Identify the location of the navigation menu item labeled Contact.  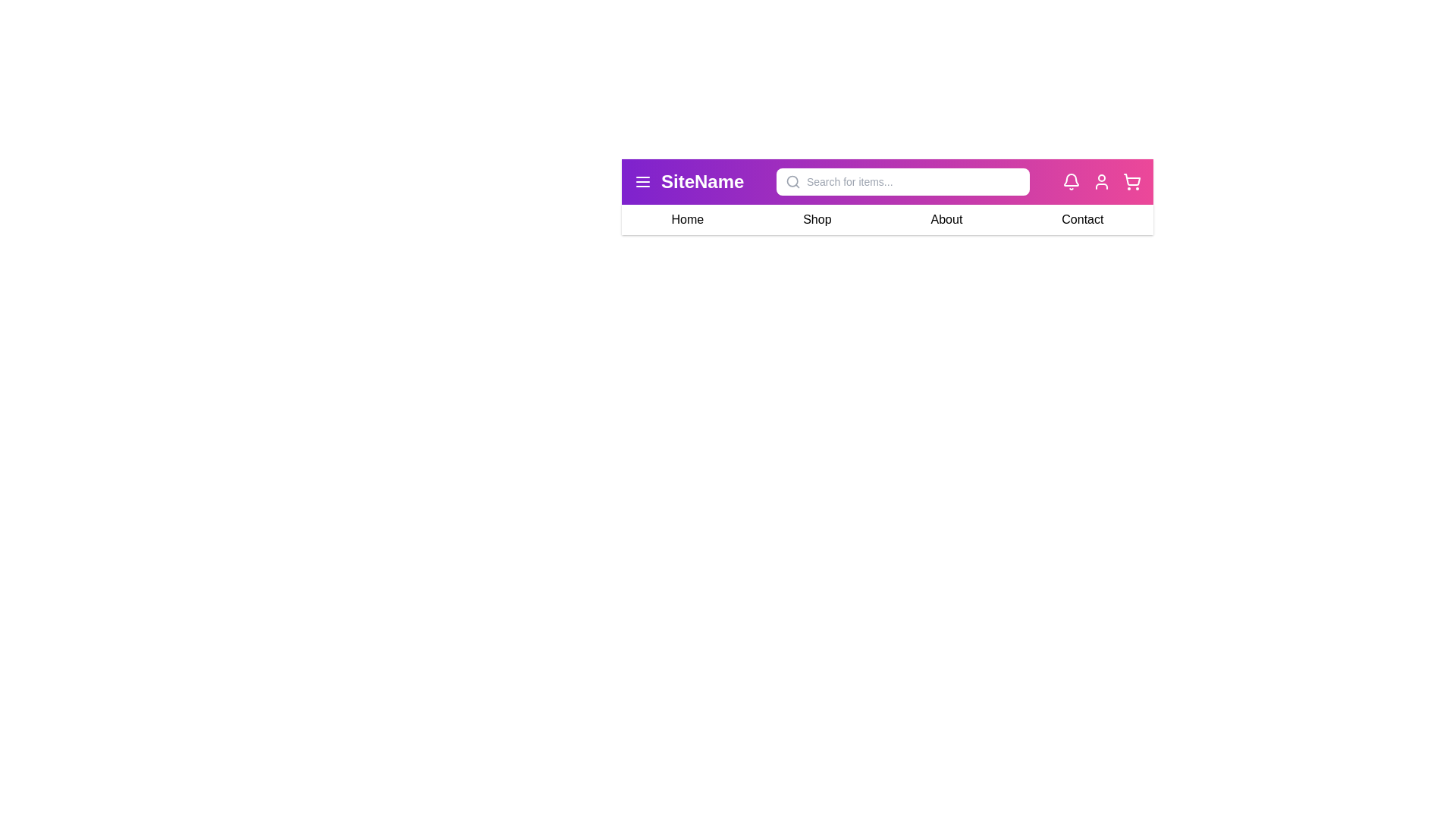
(1081, 219).